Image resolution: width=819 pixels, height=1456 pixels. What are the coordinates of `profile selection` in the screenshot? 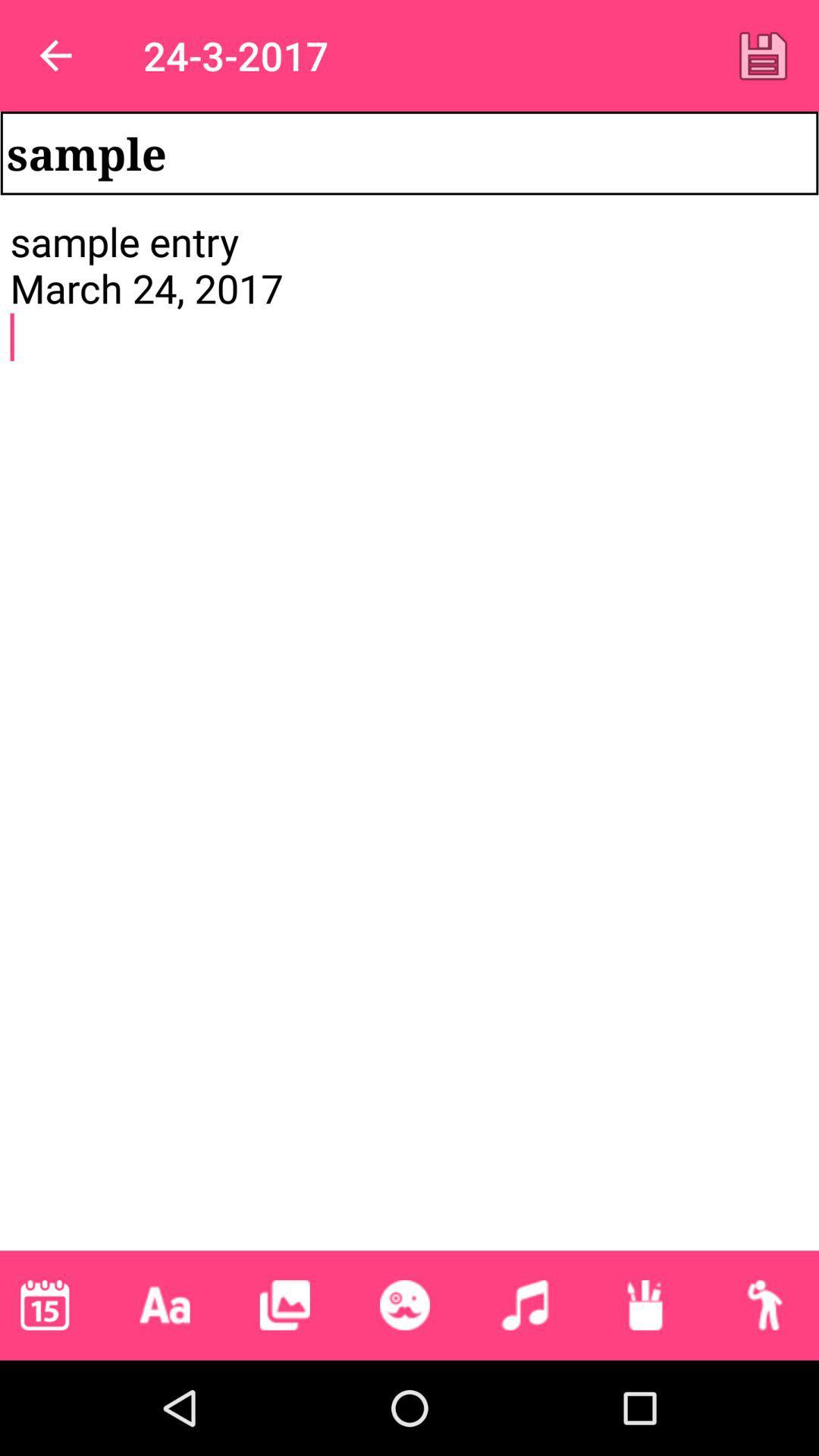 It's located at (764, 1304).